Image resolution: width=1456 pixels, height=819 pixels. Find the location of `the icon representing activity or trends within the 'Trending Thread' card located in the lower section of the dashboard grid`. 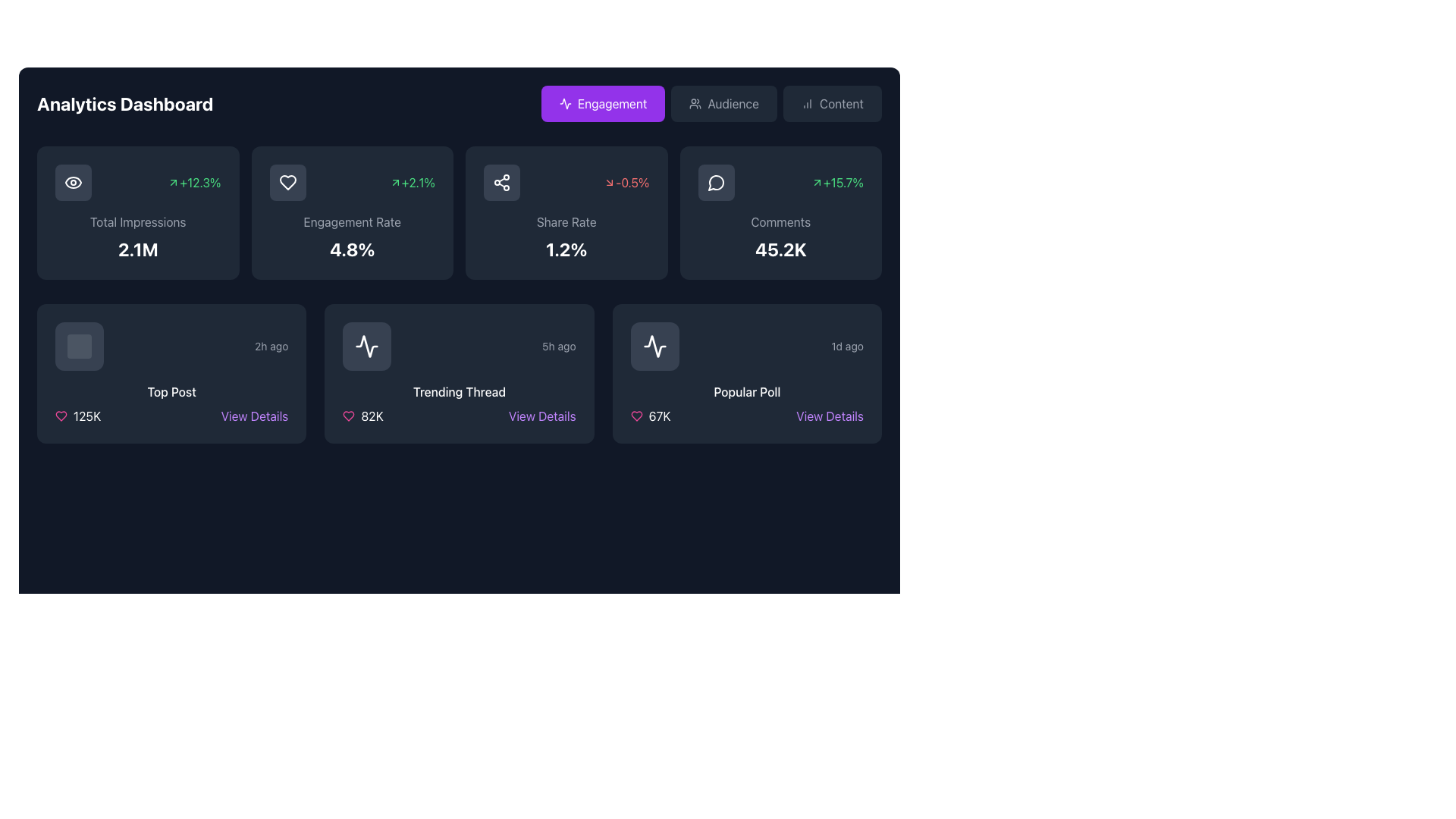

the icon representing activity or trends within the 'Trending Thread' card located in the lower section of the dashboard grid is located at coordinates (564, 103).